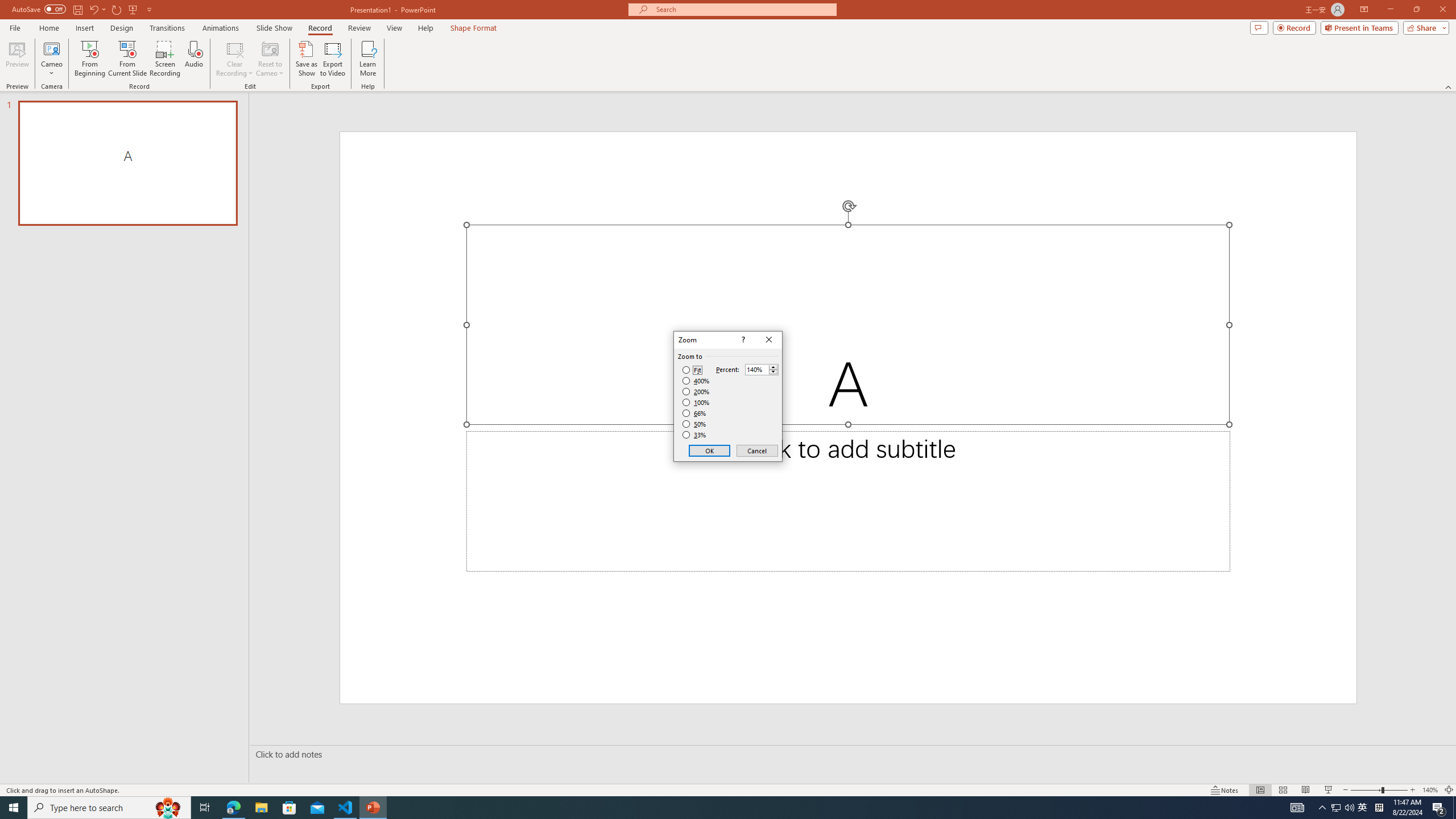  What do you see at coordinates (709, 450) in the screenshot?
I see `'OK'` at bounding box center [709, 450].